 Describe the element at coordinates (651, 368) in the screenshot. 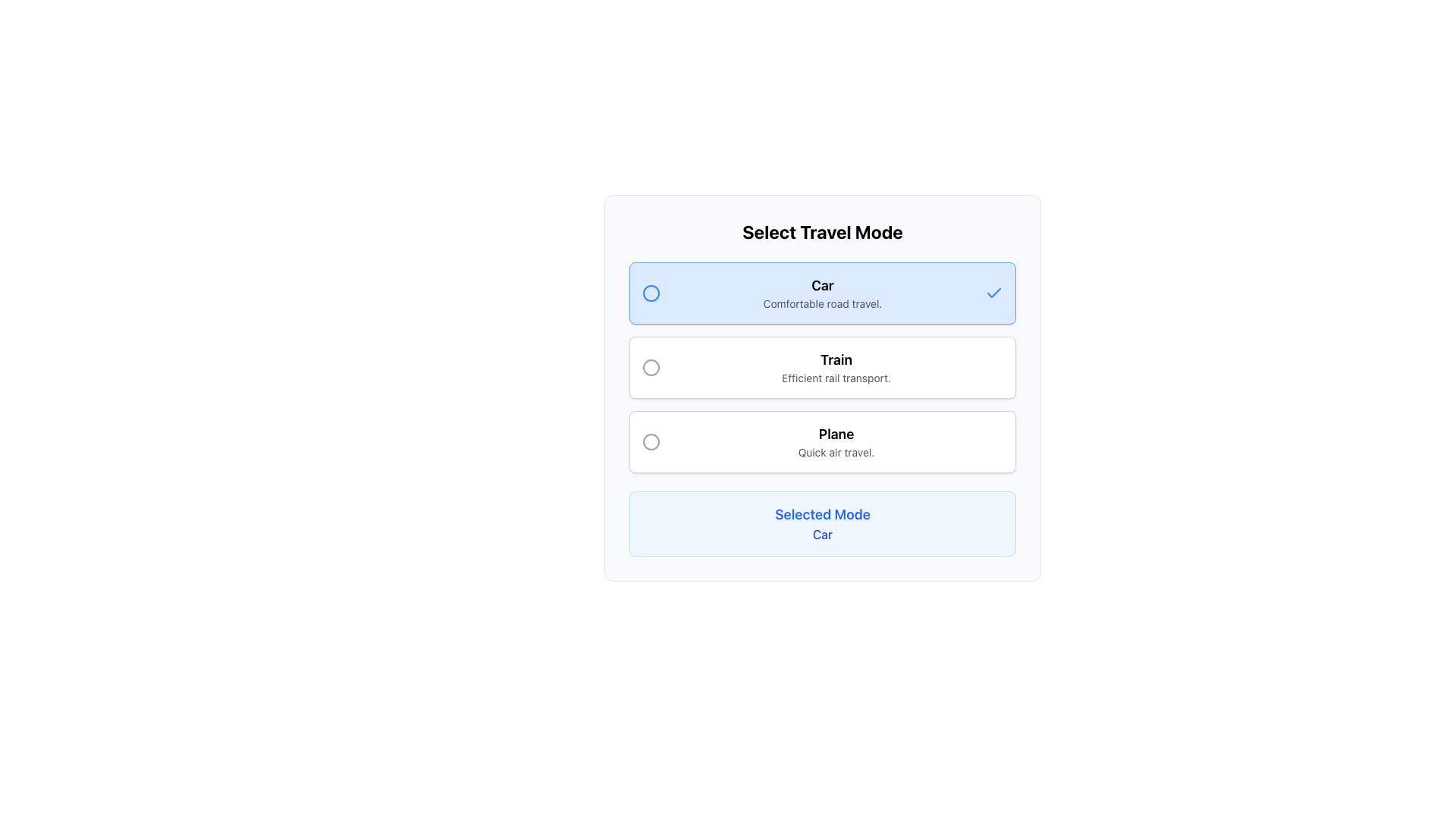

I see `the inner circle of the 'Train' option radio button` at that location.